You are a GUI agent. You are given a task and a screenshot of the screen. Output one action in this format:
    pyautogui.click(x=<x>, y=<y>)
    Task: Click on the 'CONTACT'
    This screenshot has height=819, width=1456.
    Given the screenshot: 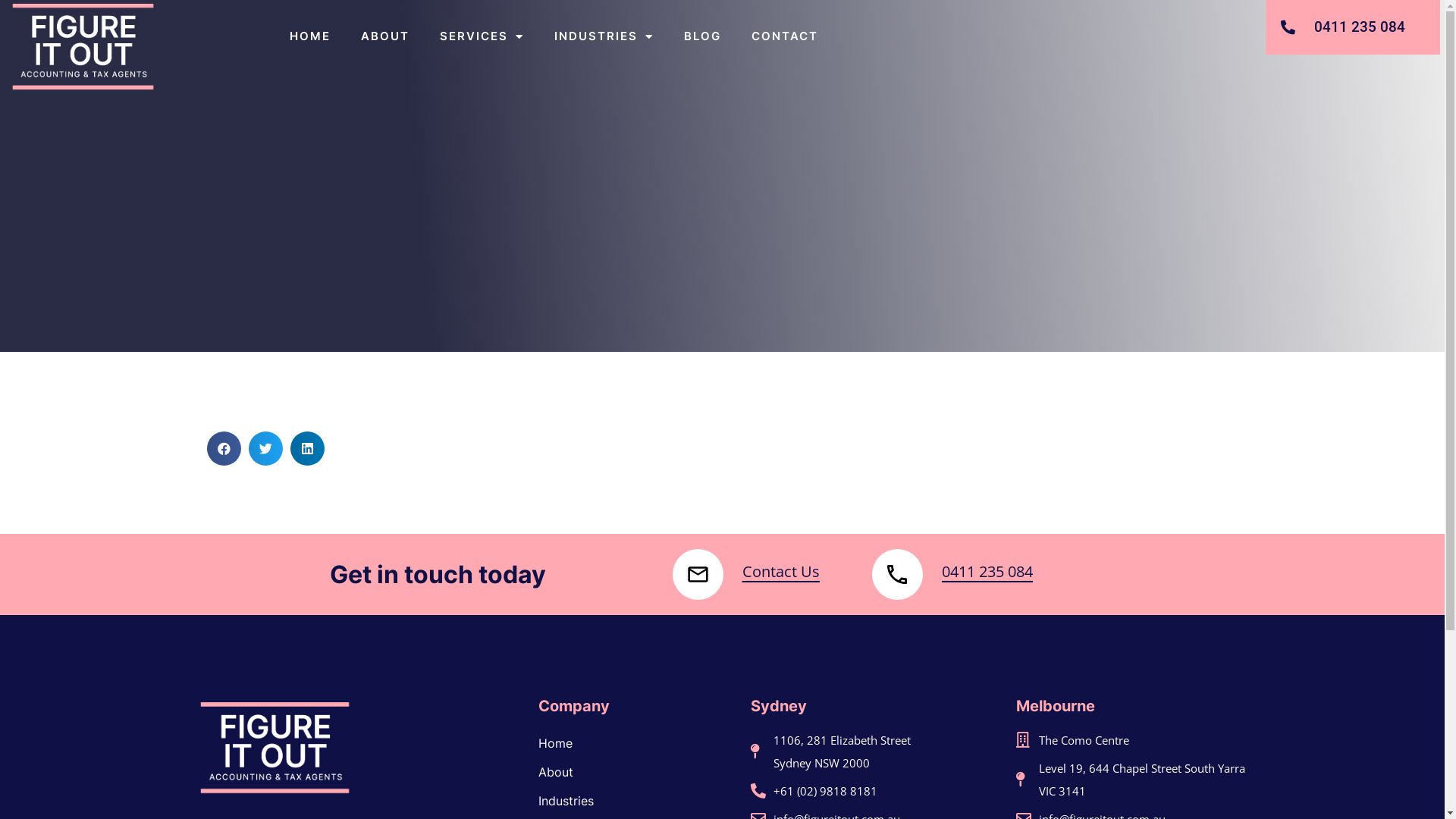 What is the action you would take?
    pyautogui.click(x=785, y=35)
    